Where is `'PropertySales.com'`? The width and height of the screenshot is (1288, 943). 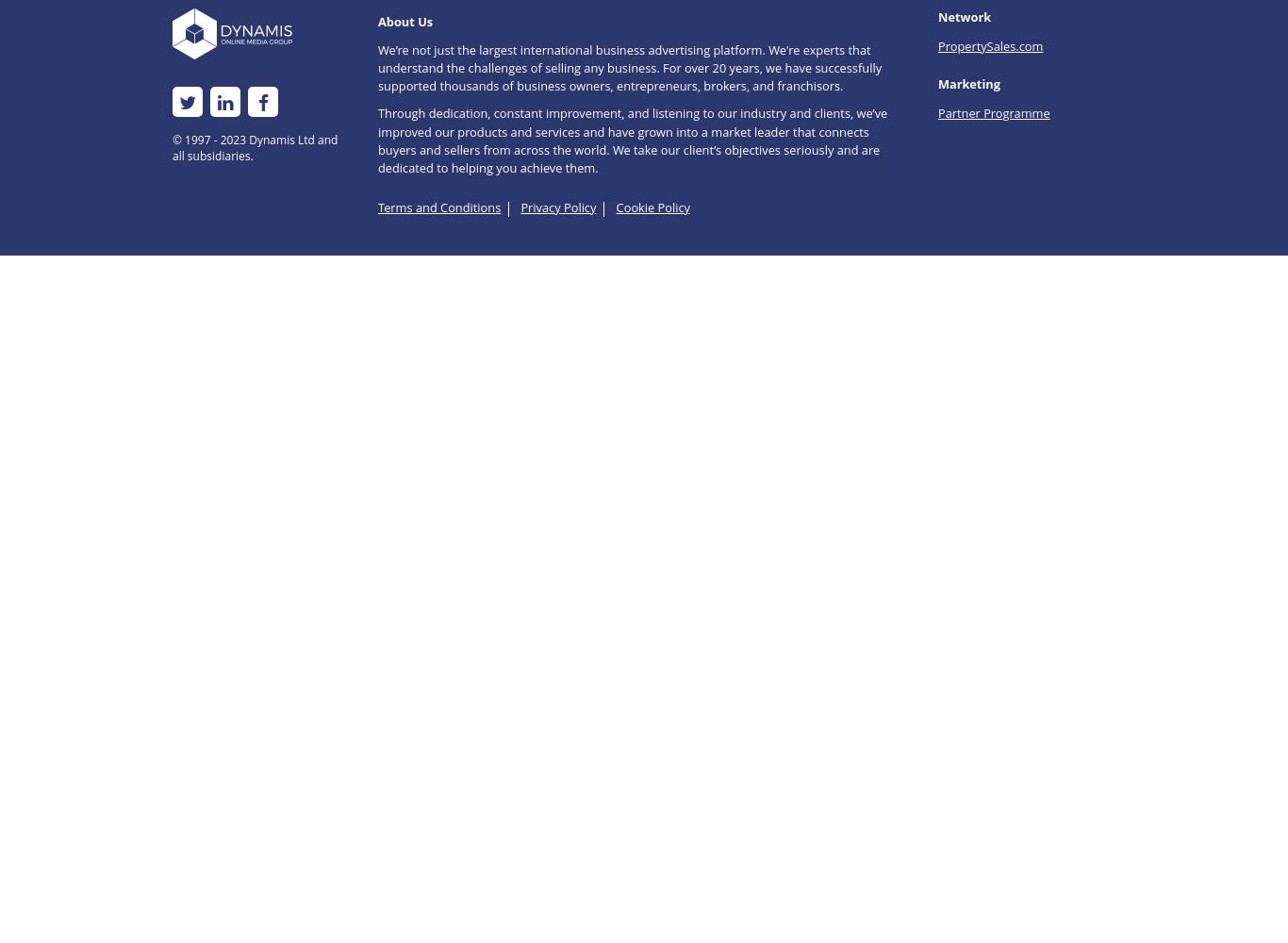 'PropertySales.com' is located at coordinates (989, 45).